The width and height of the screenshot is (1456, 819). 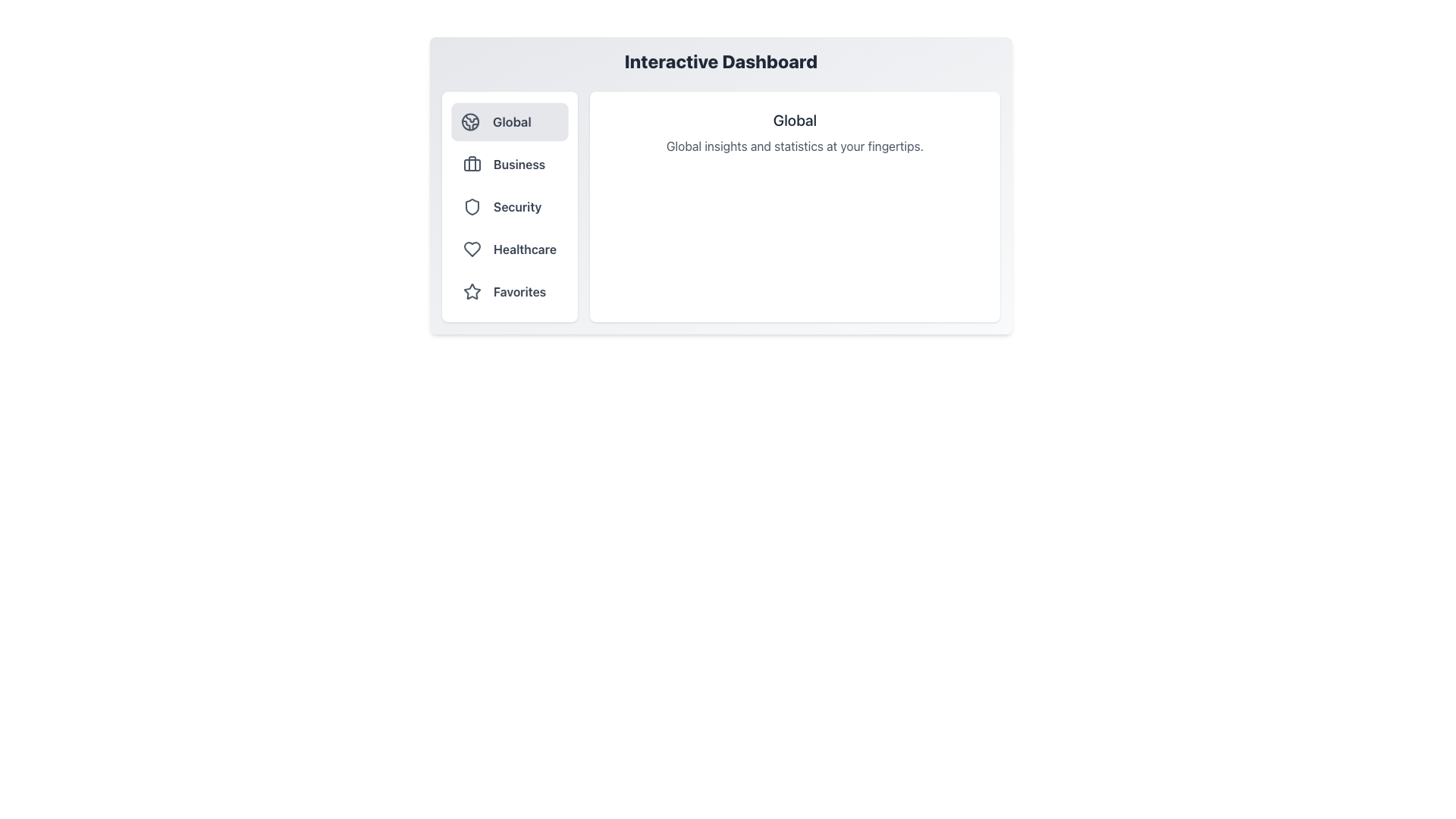 I want to click on the gray briefcase icon located to the left of the text 'Business' in the second selectable menu item of the vertical navigation bar, so click(x=472, y=164).